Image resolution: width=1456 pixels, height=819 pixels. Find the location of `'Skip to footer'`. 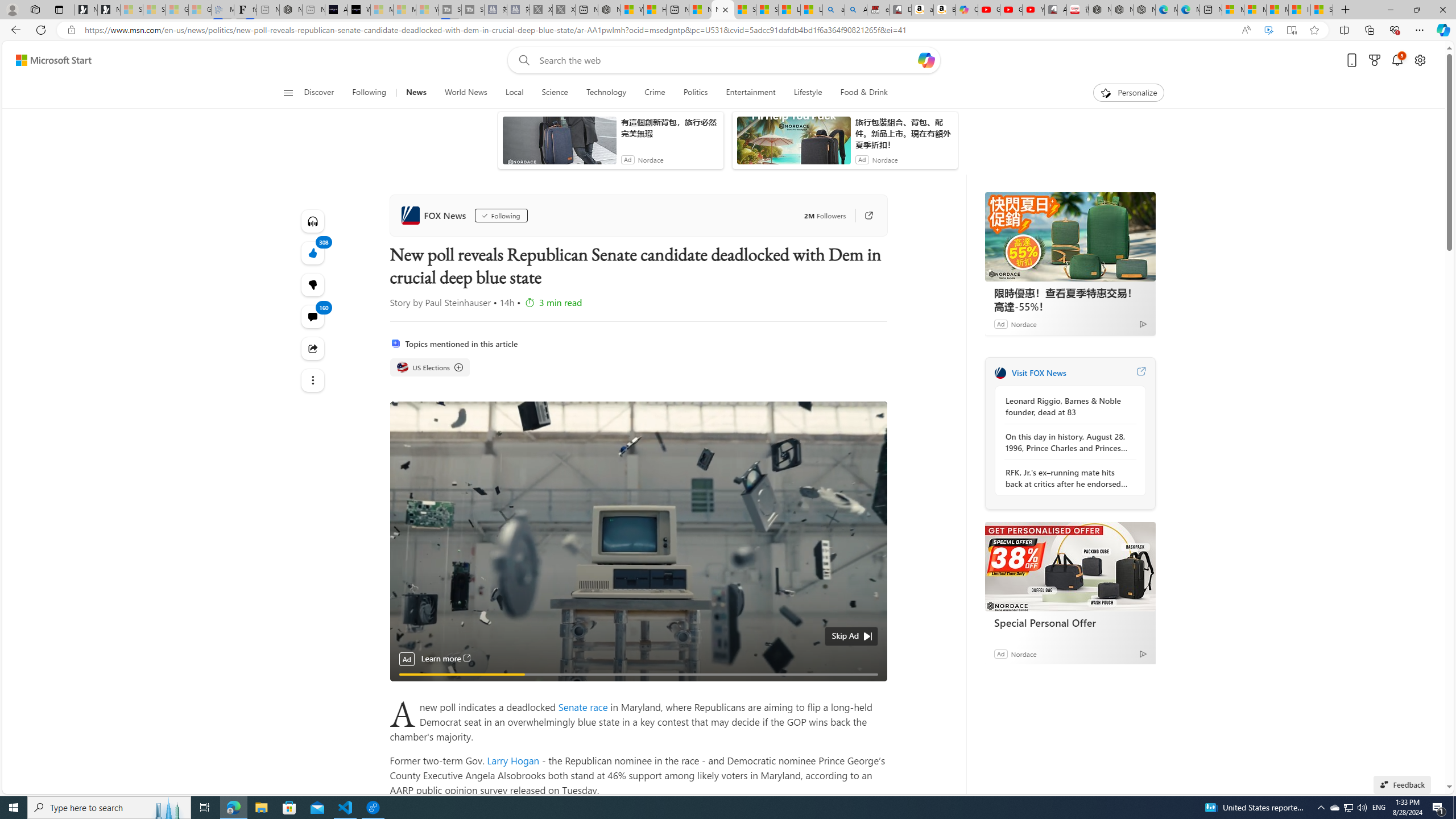

'Skip to footer' is located at coordinates (46, 59).